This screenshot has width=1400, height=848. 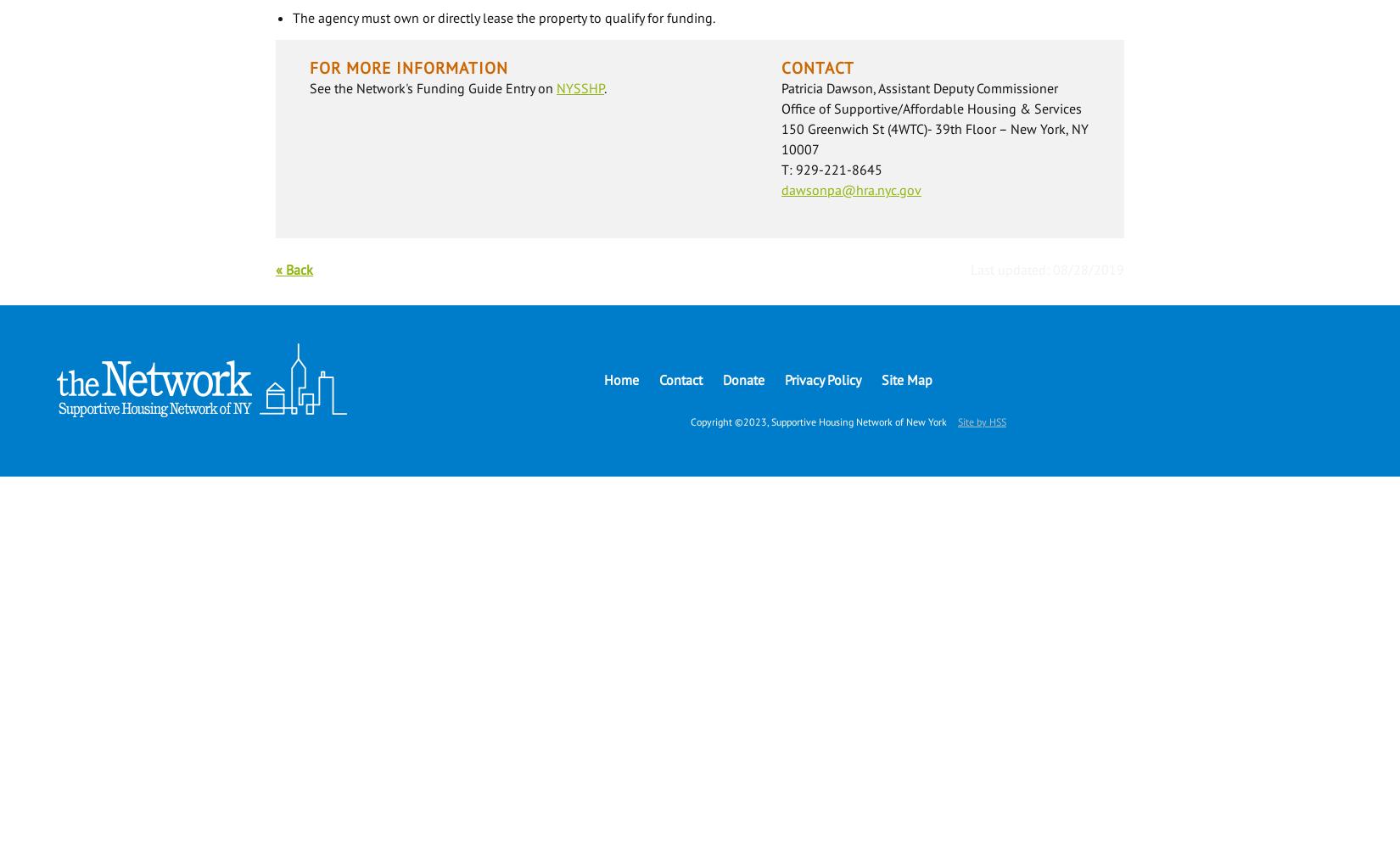 What do you see at coordinates (432, 87) in the screenshot?
I see `'See the Network's Funding Guide Entry on'` at bounding box center [432, 87].